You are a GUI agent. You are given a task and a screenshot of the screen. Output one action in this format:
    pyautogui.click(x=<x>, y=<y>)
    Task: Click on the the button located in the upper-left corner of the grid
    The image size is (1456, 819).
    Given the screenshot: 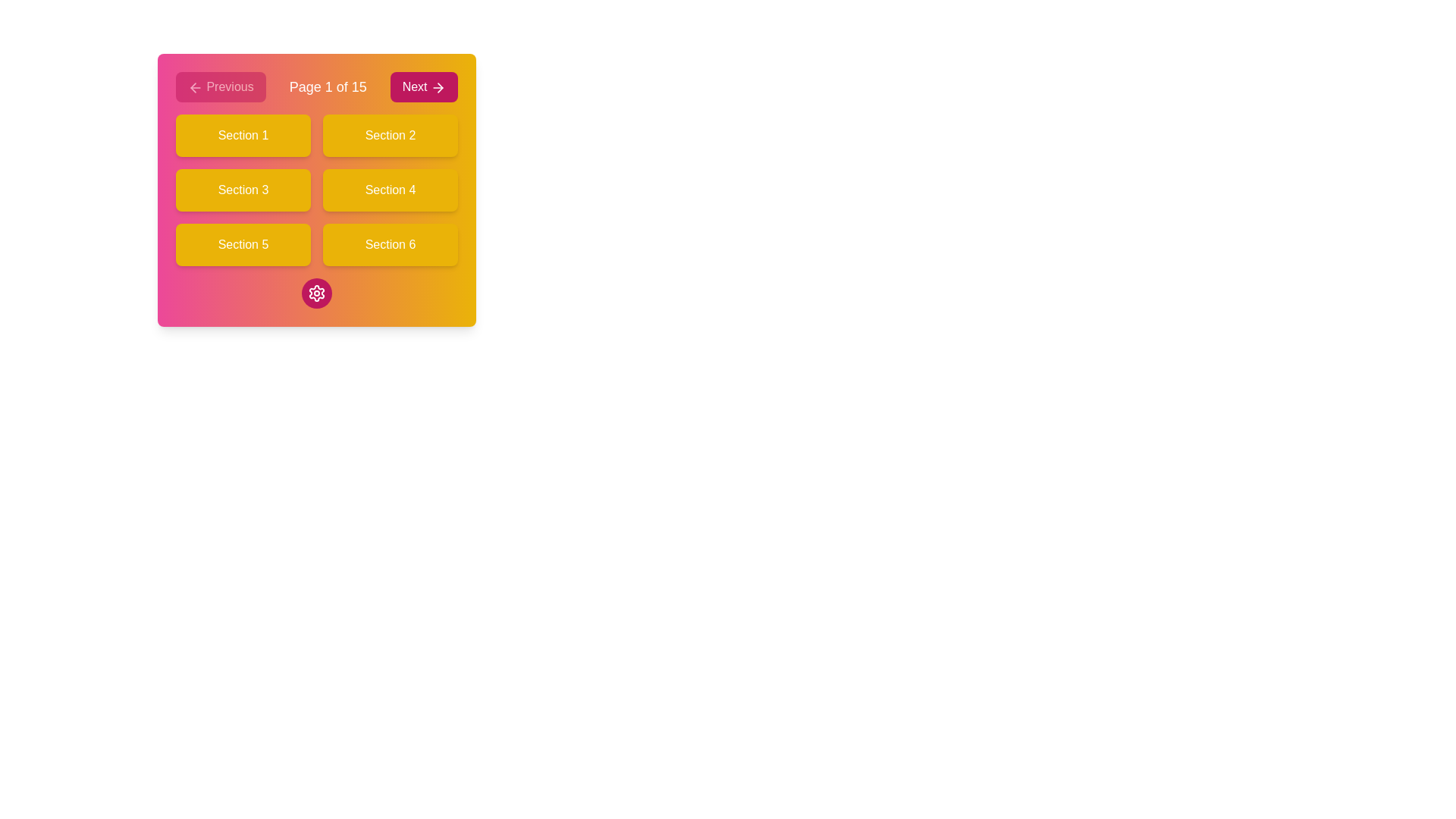 What is the action you would take?
    pyautogui.click(x=243, y=134)
    